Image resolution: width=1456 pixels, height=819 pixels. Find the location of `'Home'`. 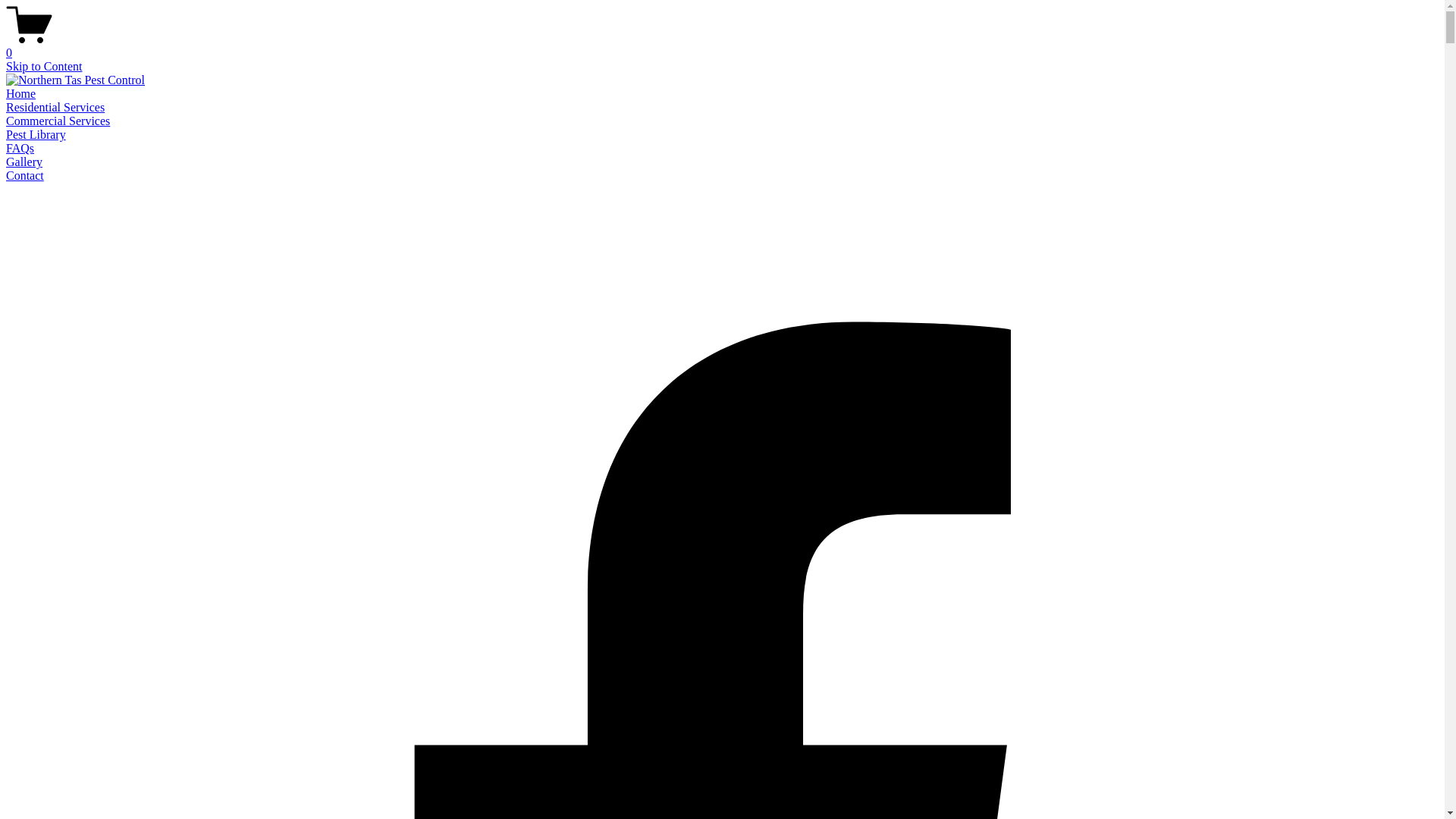

'Home' is located at coordinates (20, 93).